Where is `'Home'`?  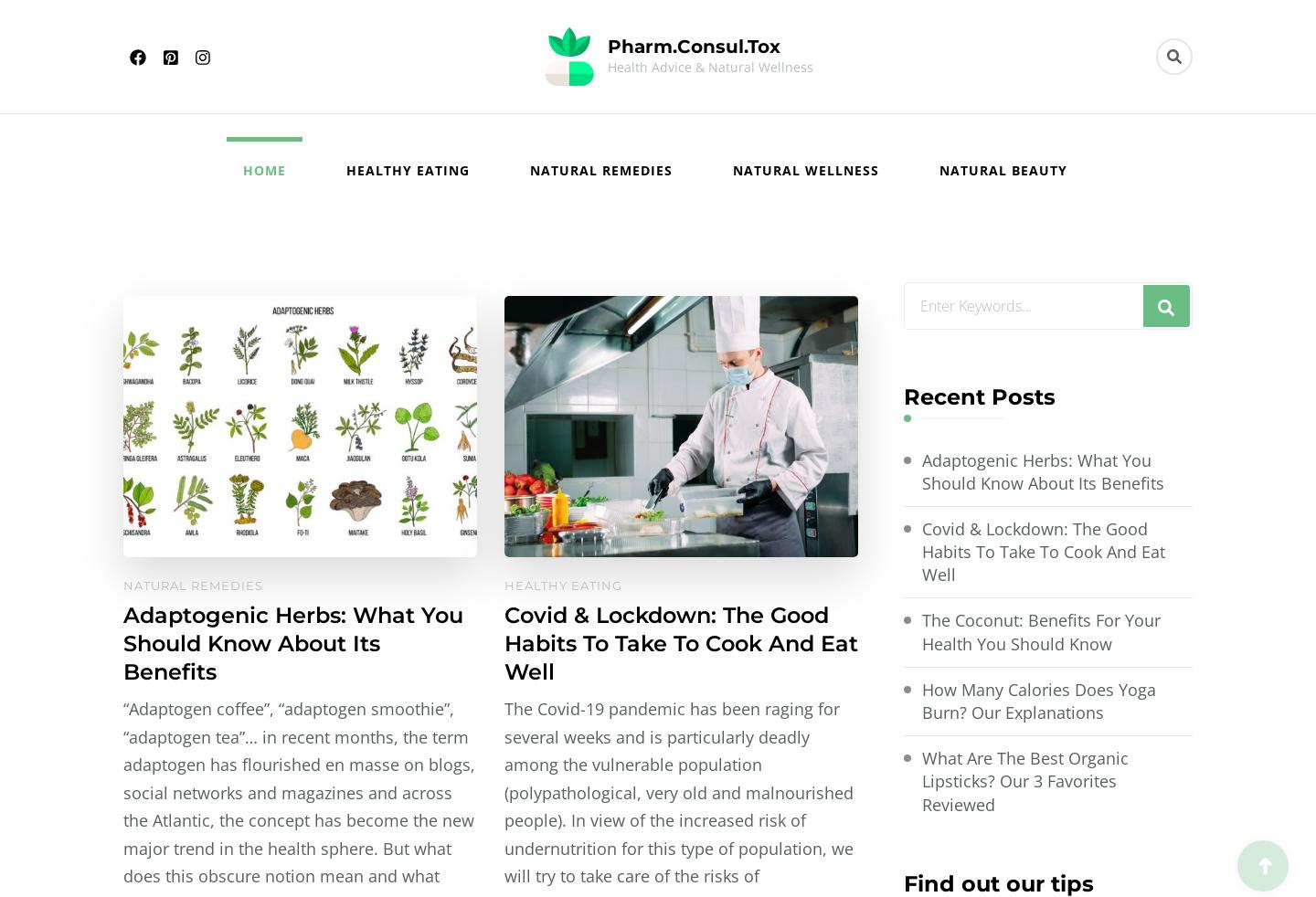
'Home' is located at coordinates (262, 169).